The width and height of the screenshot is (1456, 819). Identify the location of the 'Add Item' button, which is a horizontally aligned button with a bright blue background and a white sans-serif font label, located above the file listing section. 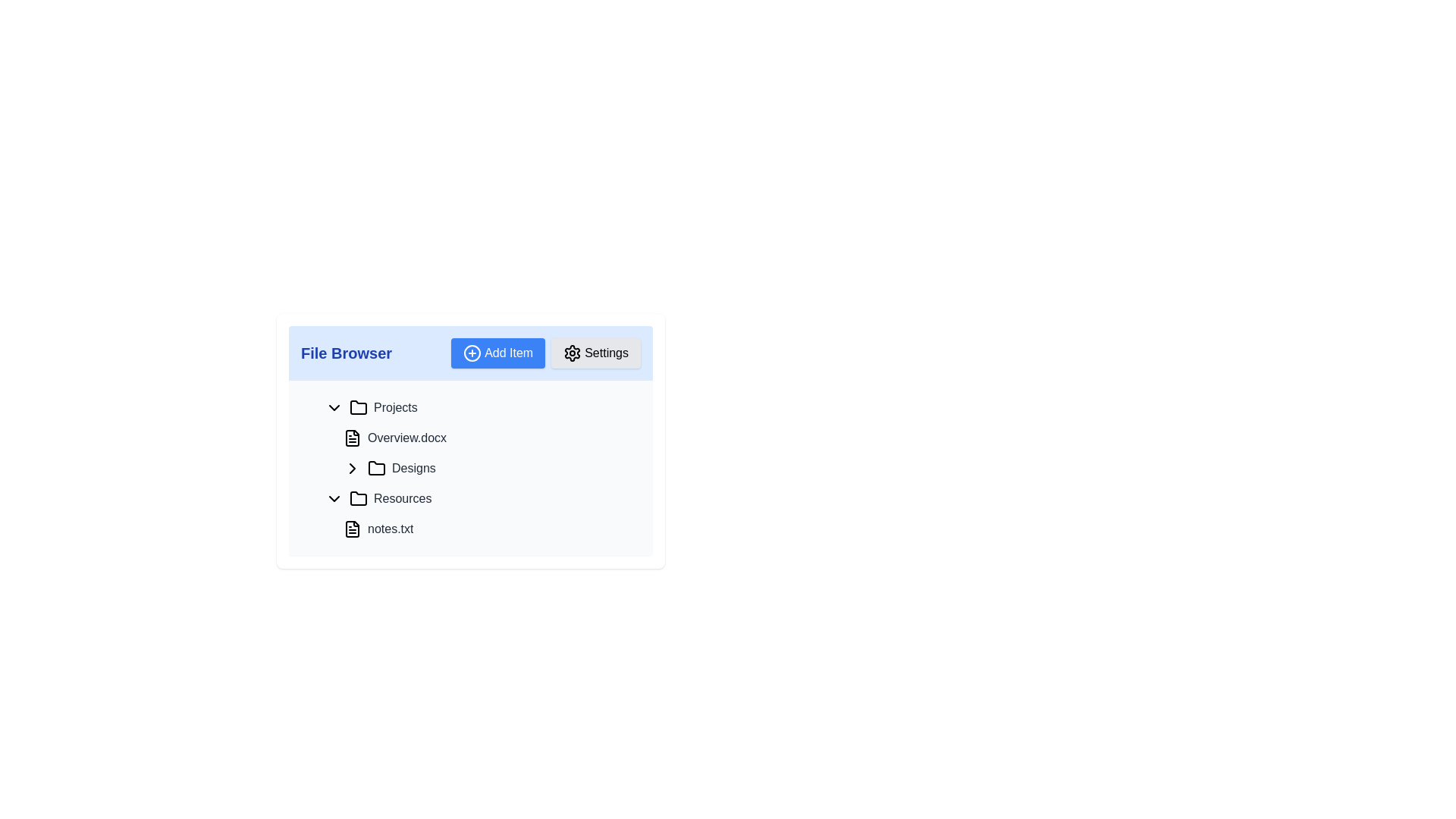
(509, 353).